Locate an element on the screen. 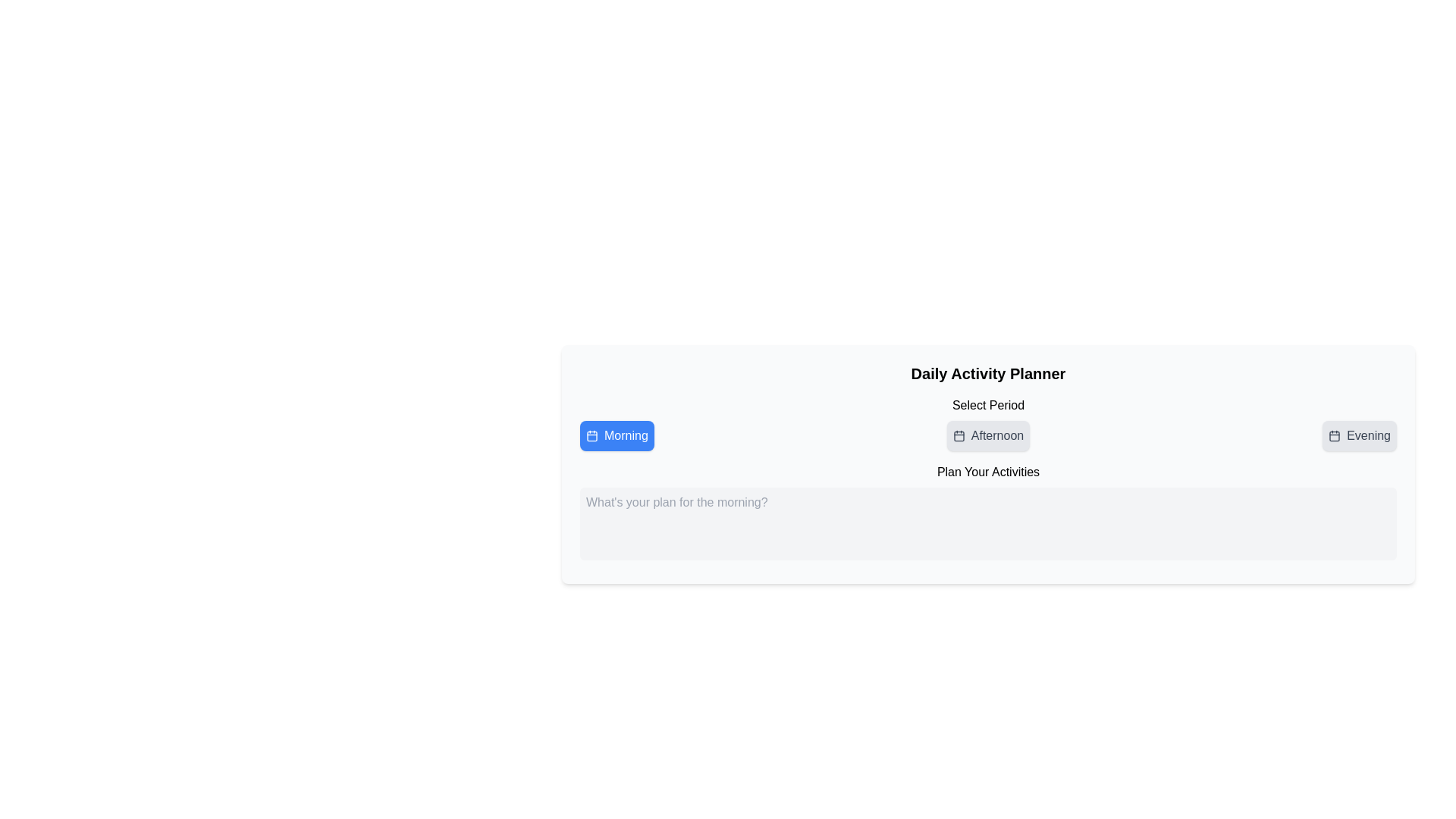  the calendar icon located to the left of the 'Evening' text, which features a minimalistic black design with a rectangular outline and two vertical lines at the top is located at coordinates (1335, 435).